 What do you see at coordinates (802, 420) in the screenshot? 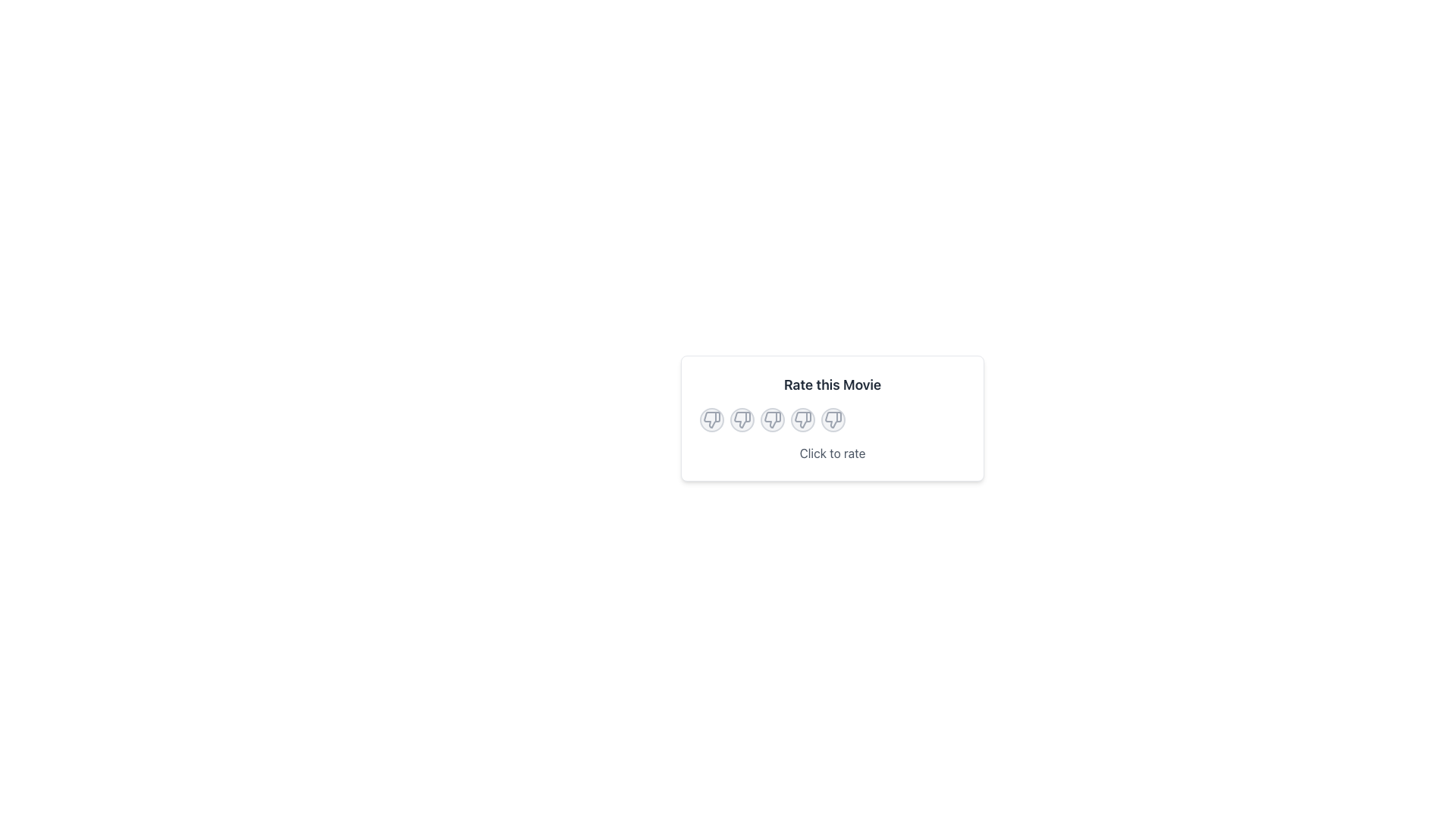
I see `to select the fourth thumb-down icon in the series of rating icons below the 'Rate this Movie' header` at bounding box center [802, 420].